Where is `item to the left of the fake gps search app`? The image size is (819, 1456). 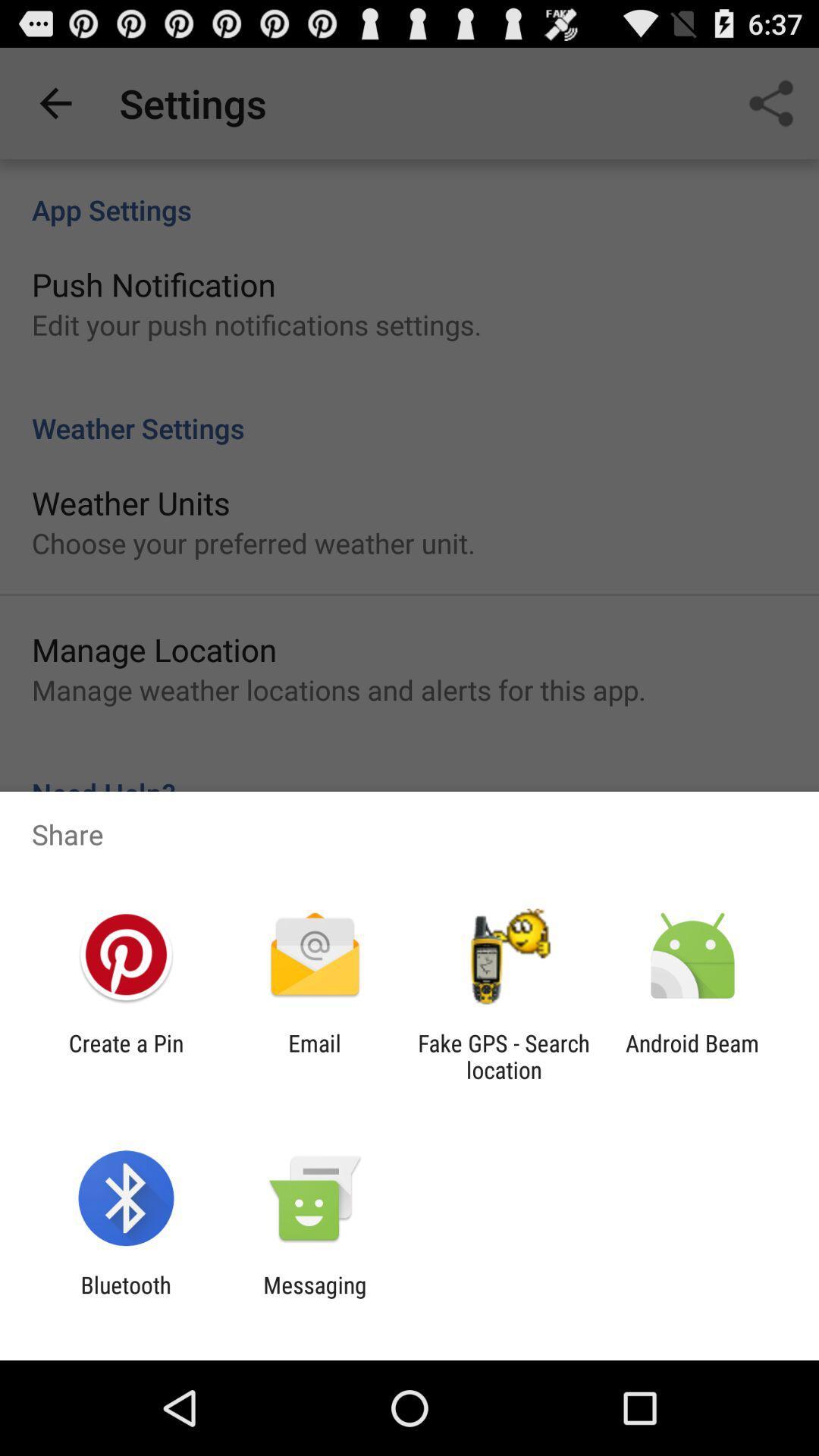
item to the left of the fake gps search app is located at coordinates (314, 1056).